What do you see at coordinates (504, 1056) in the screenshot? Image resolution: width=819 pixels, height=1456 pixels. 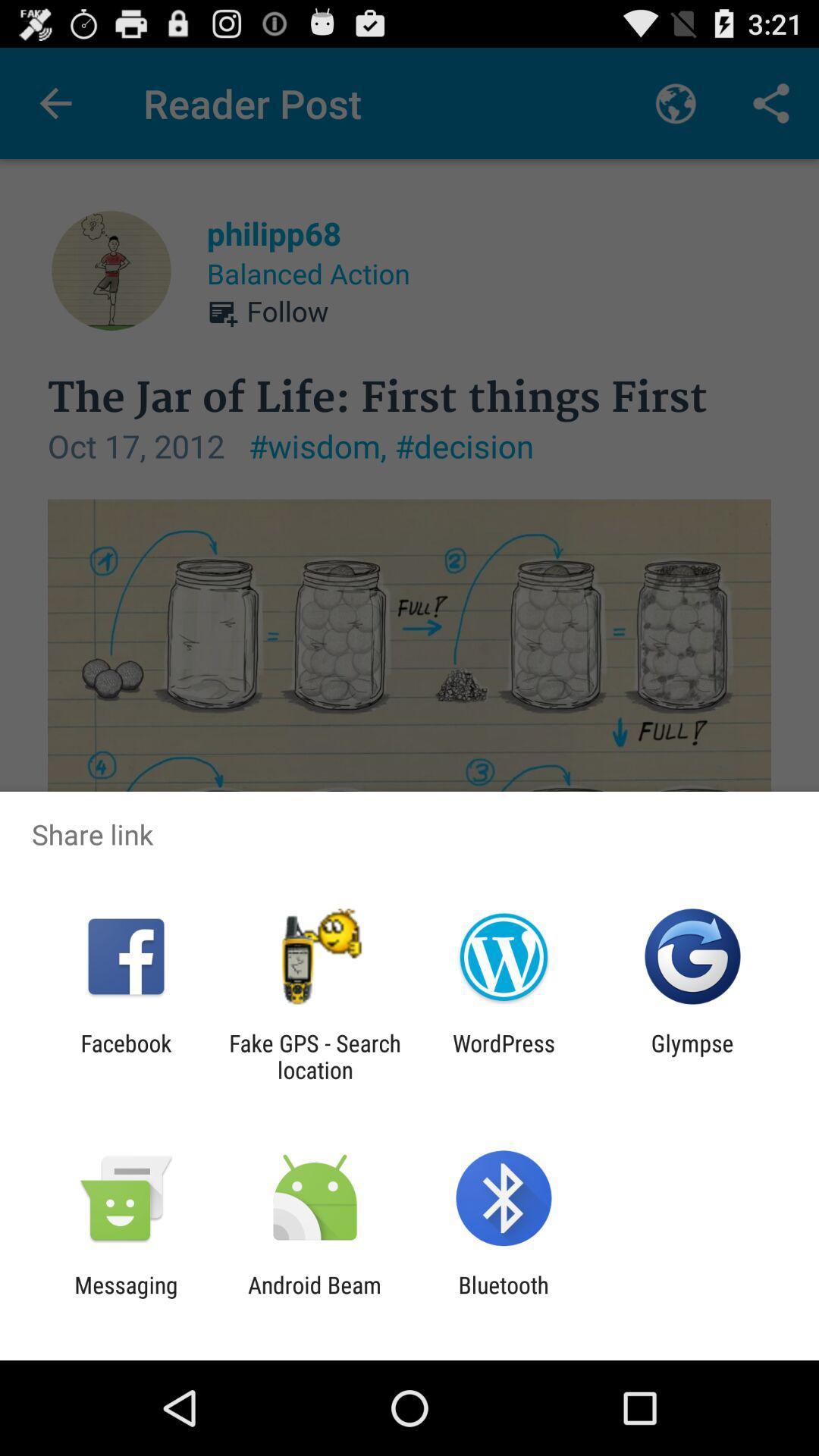 I see `wordpress app` at bounding box center [504, 1056].